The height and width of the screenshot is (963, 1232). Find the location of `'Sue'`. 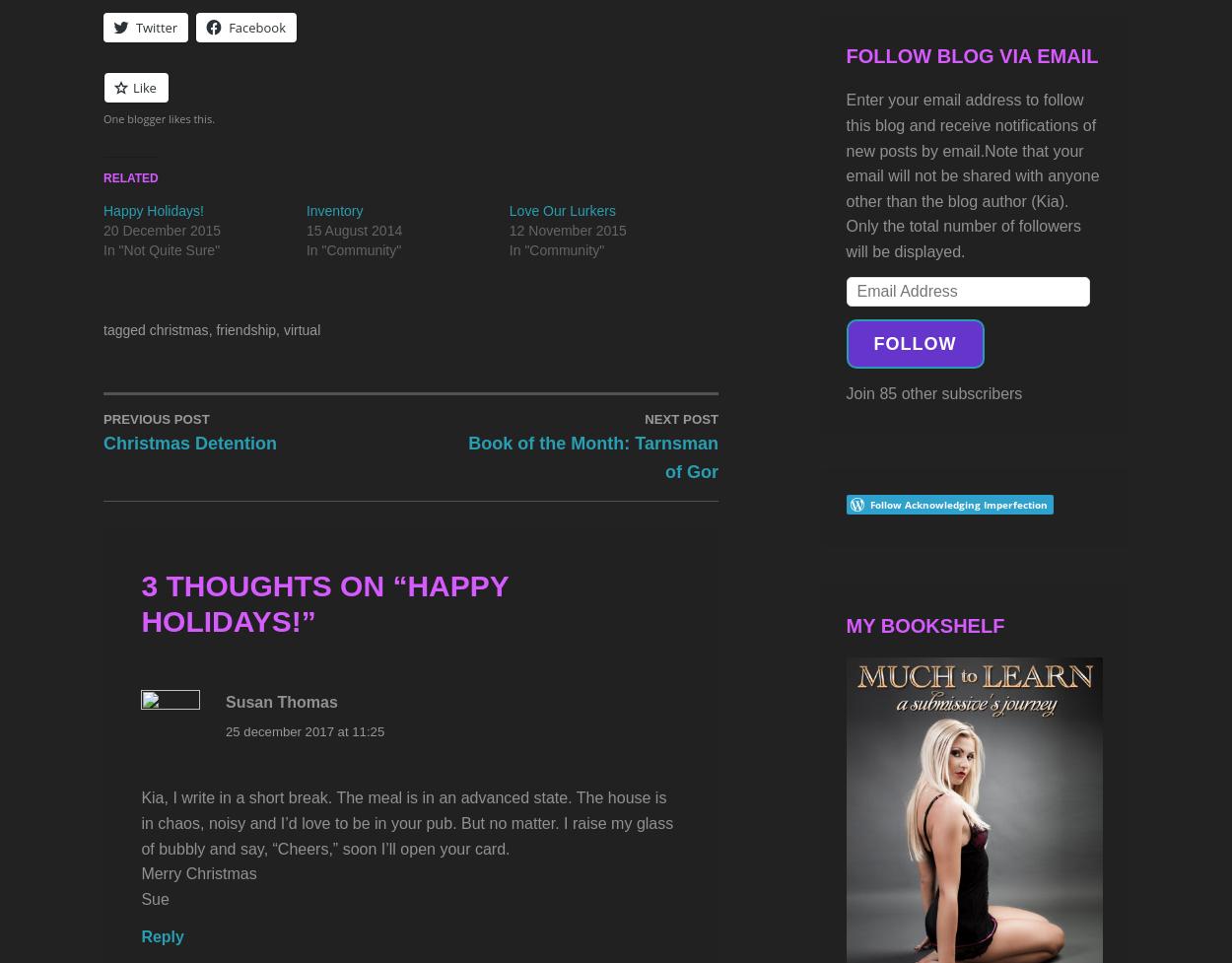

'Sue' is located at coordinates (141, 897).